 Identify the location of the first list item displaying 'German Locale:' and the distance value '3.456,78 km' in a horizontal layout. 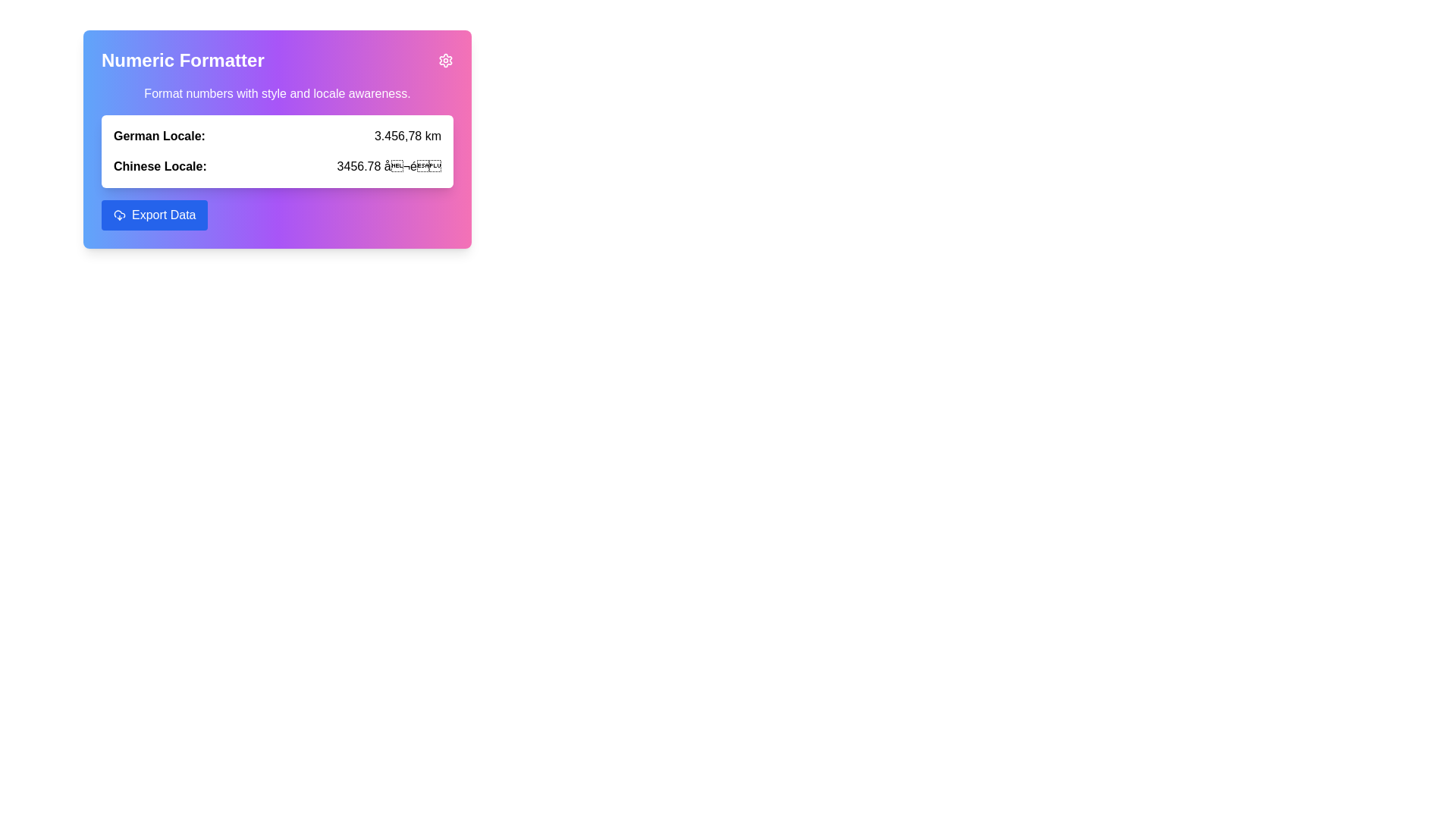
(277, 136).